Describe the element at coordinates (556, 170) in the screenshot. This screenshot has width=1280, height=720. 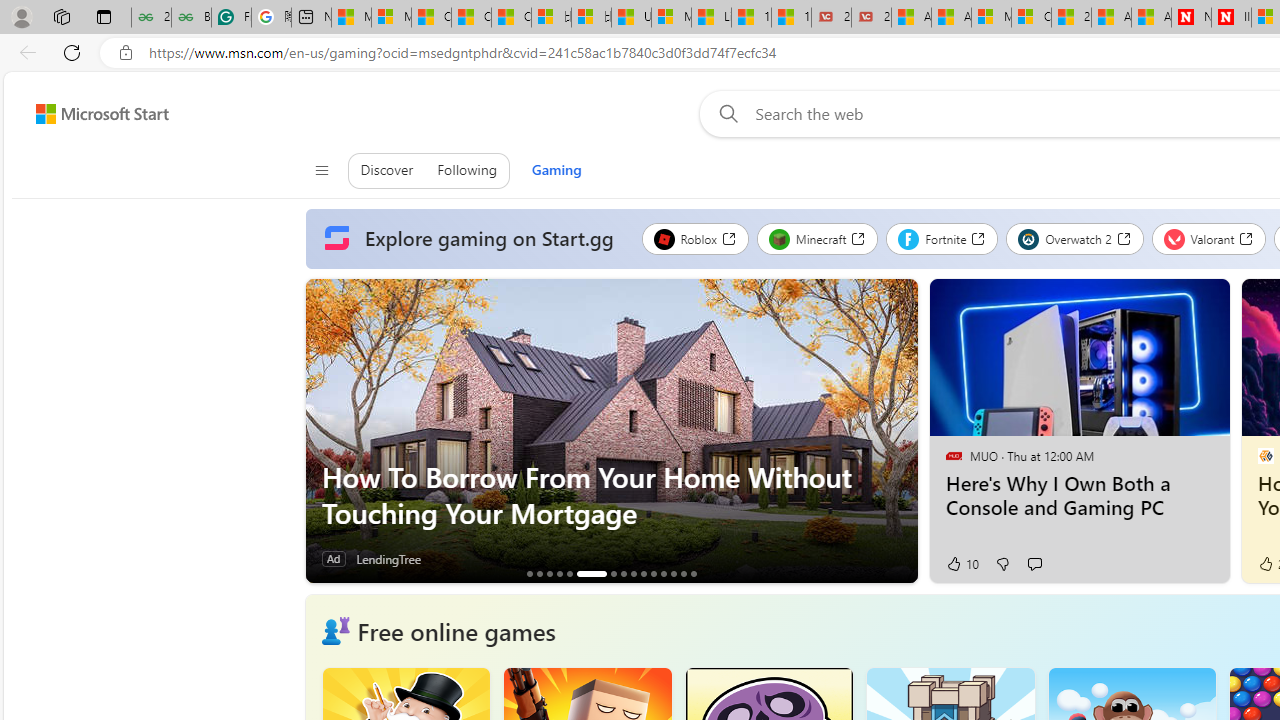
I see `'Gaming'` at that location.